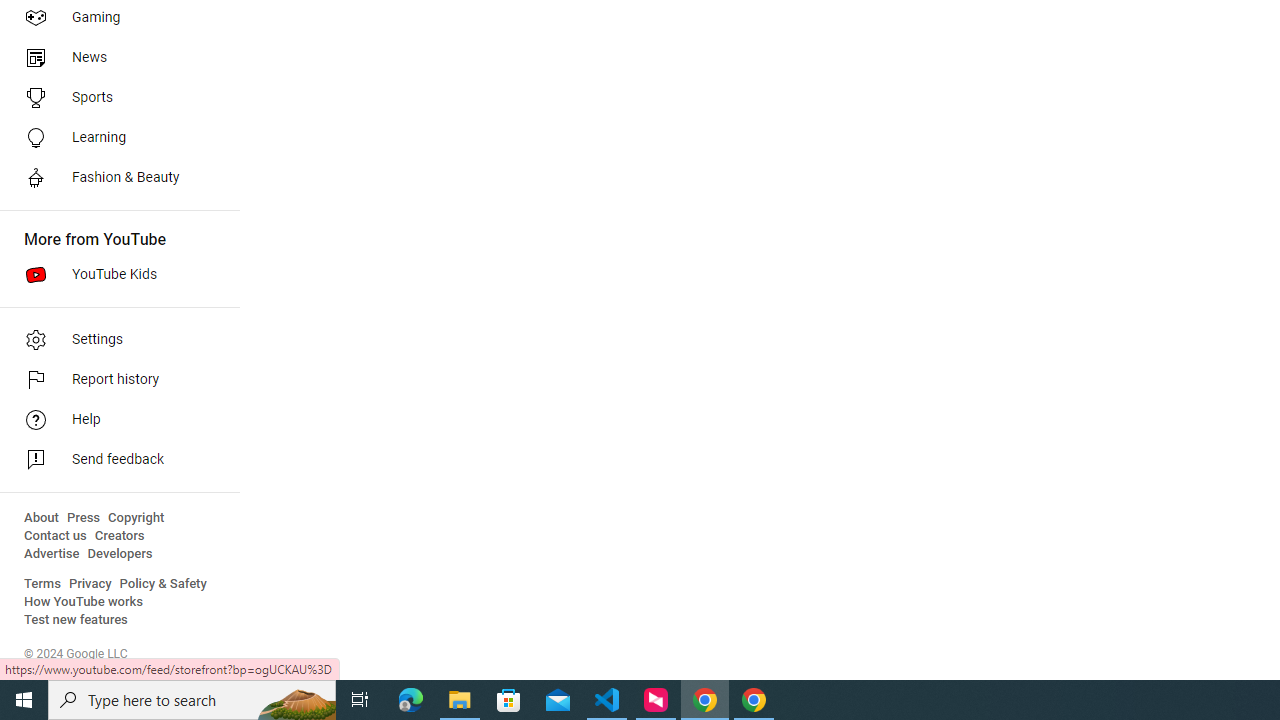  I want to click on 'News', so click(112, 56).